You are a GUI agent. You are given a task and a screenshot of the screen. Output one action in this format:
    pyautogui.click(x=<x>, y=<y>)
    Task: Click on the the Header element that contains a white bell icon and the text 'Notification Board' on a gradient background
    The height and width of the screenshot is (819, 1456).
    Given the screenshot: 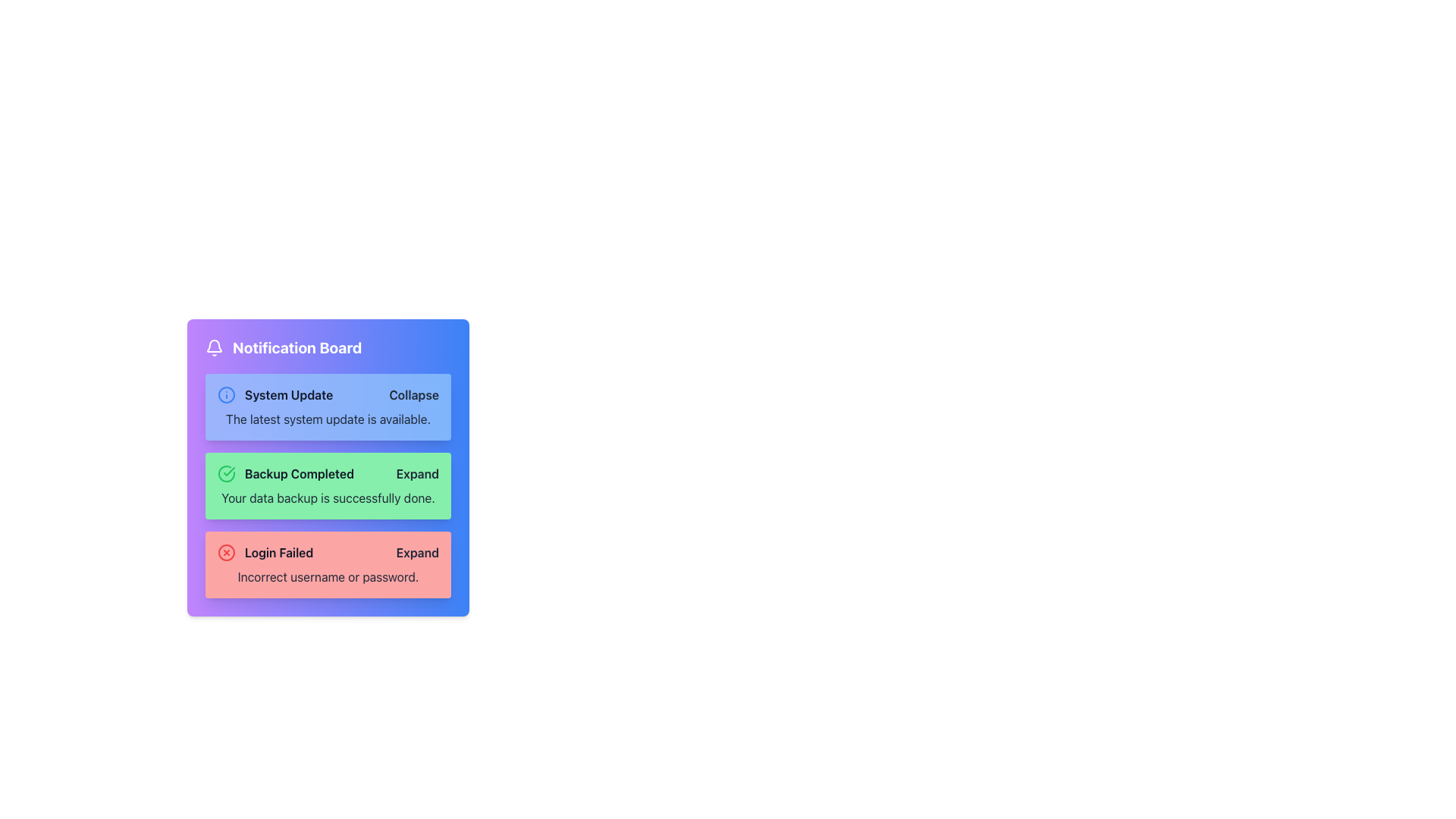 What is the action you would take?
    pyautogui.click(x=327, y=348)
    